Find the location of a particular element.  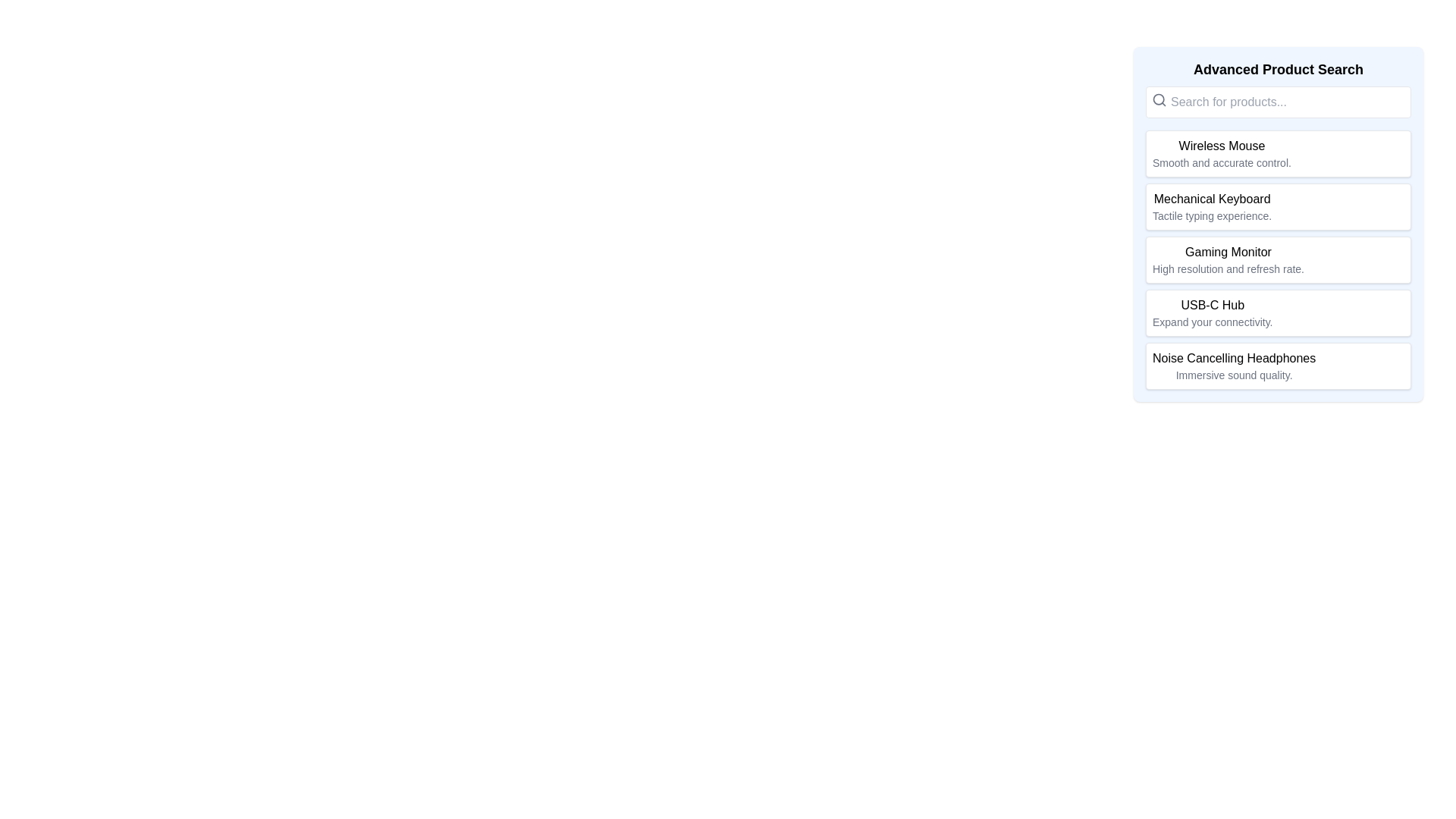

the text label that serves as the title for the product description, located as the second listed product in the 'Advanced Product Search' section, above the 'Gaming Monitor' item and below the 'Wireless Mouse' item is located at coordinates (1211, 198).